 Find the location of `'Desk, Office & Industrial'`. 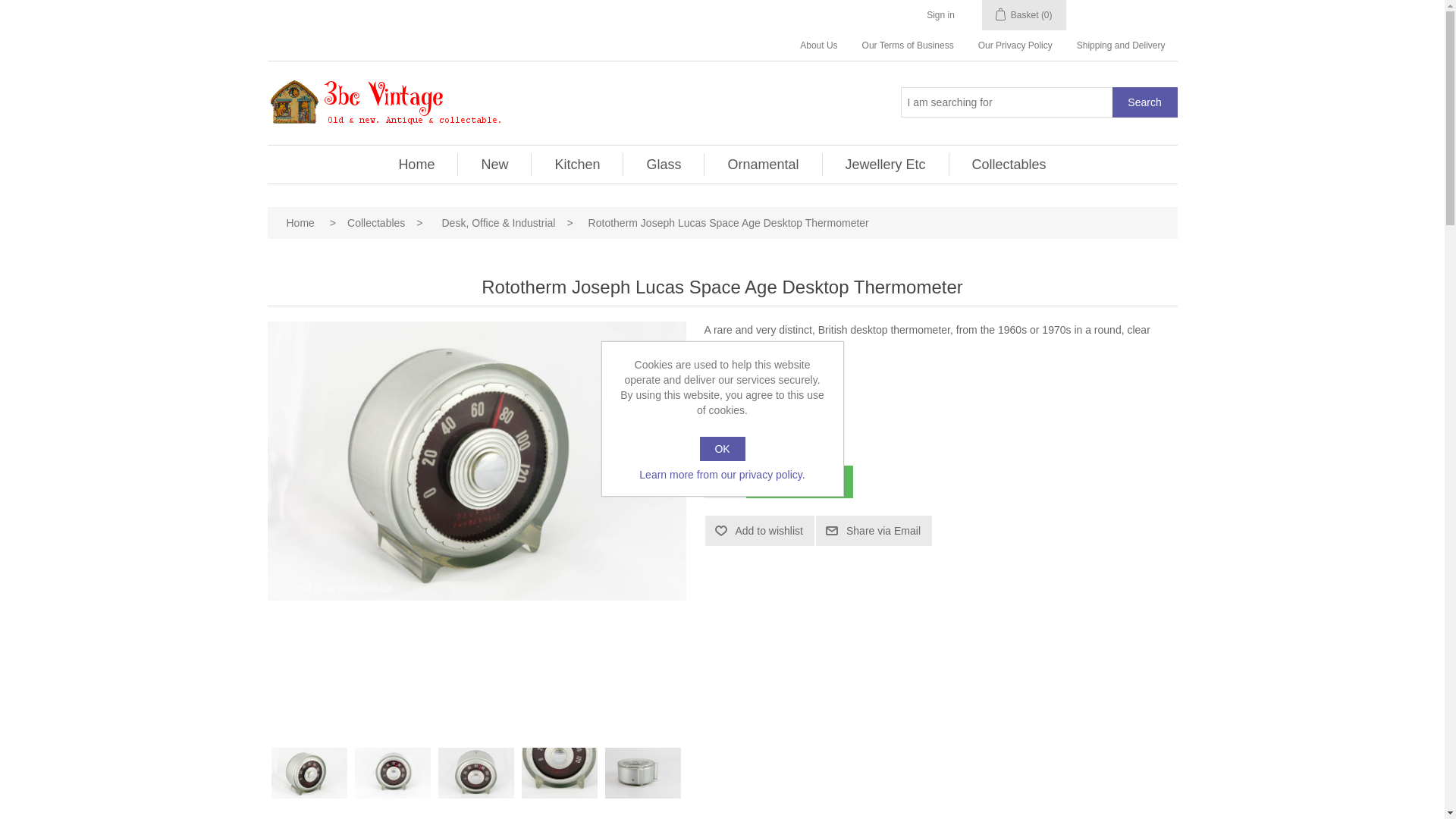

'Desk, Office & Industrial' is located at coordinates (498, 222).